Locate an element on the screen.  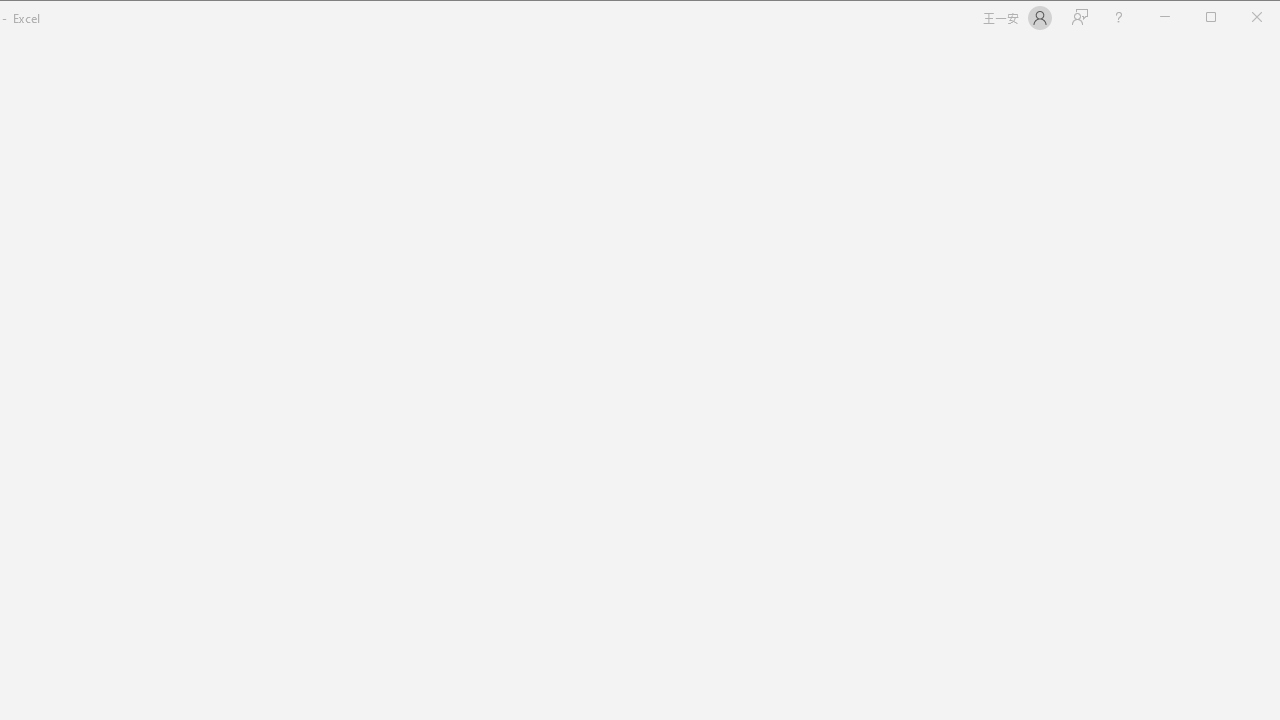
'Minimize' is located at coordinates (1216, 19).